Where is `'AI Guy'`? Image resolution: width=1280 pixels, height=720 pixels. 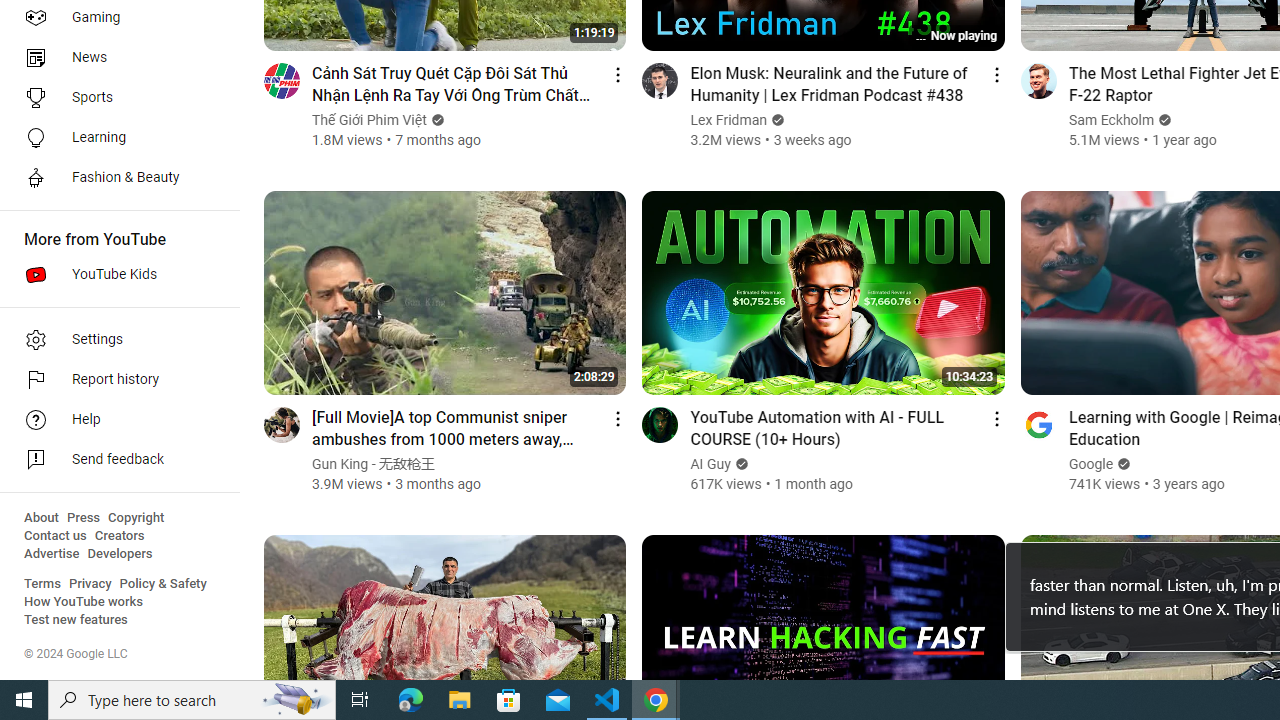 'AI Guy' is located at coordinates (711, 464).